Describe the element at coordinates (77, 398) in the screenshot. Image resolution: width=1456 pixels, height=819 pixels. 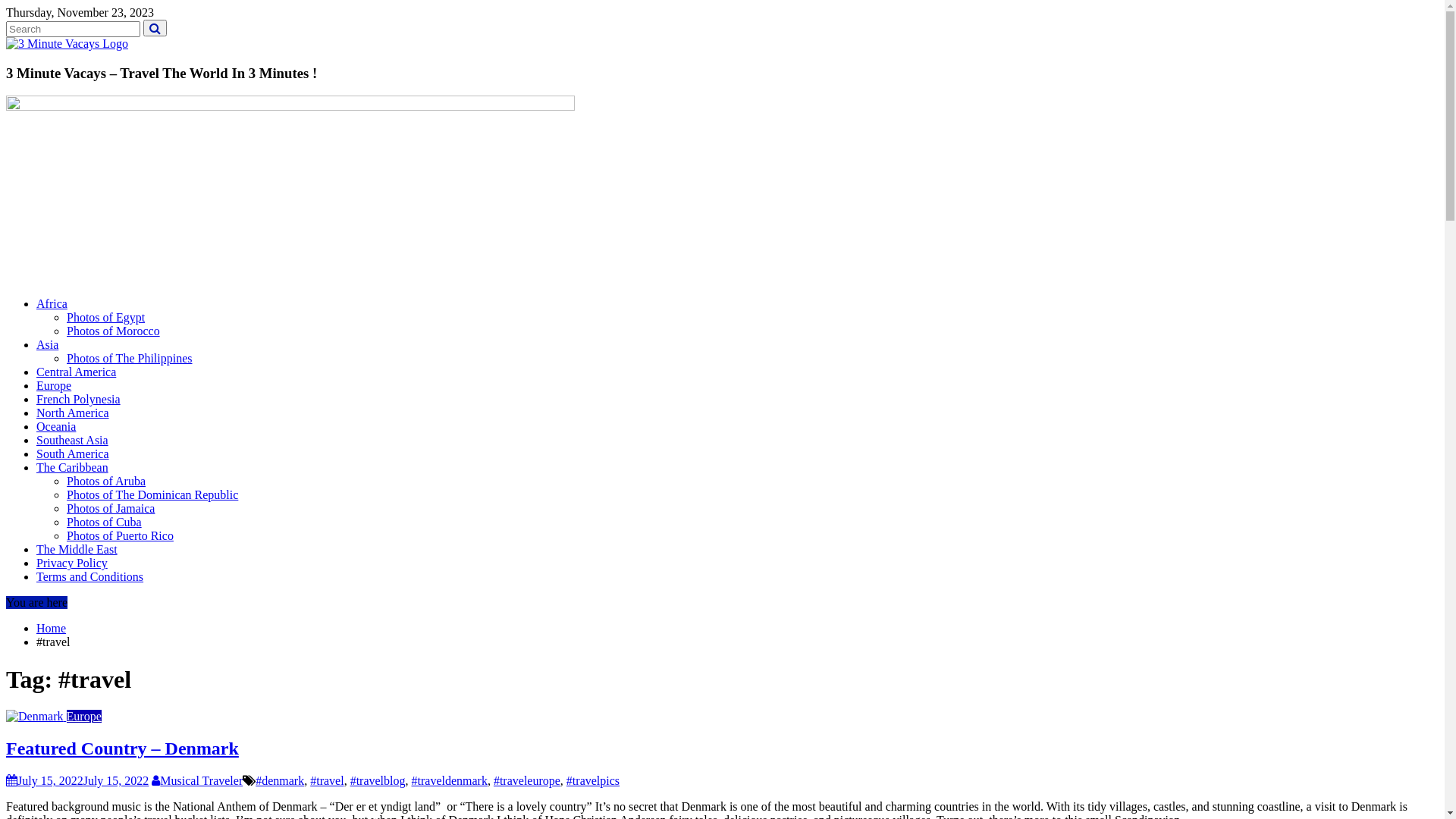
I see `'French Polynesia'` at that location.